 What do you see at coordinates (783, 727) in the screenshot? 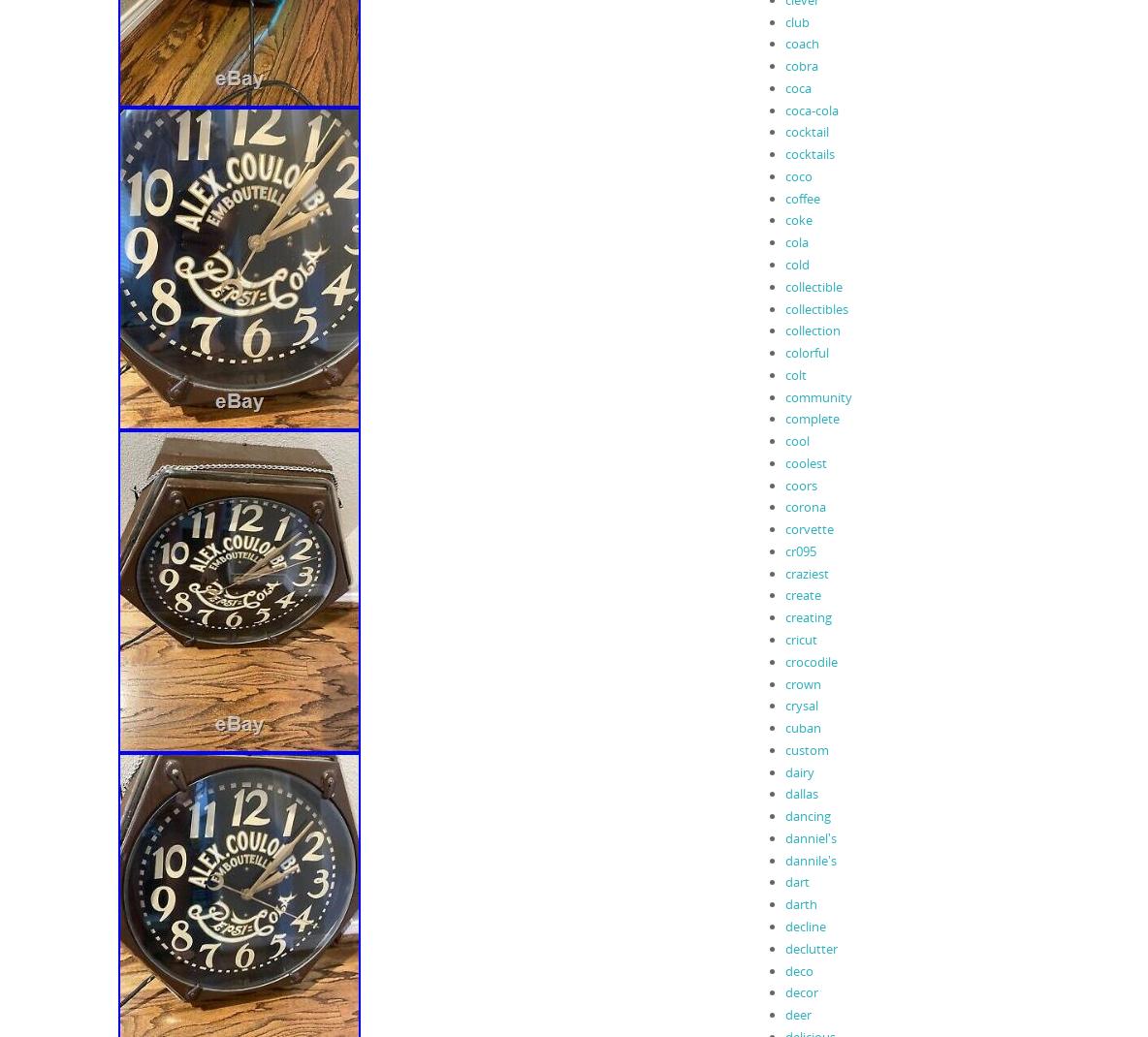
I see `'cuban'` at bounding box center [783, 727].